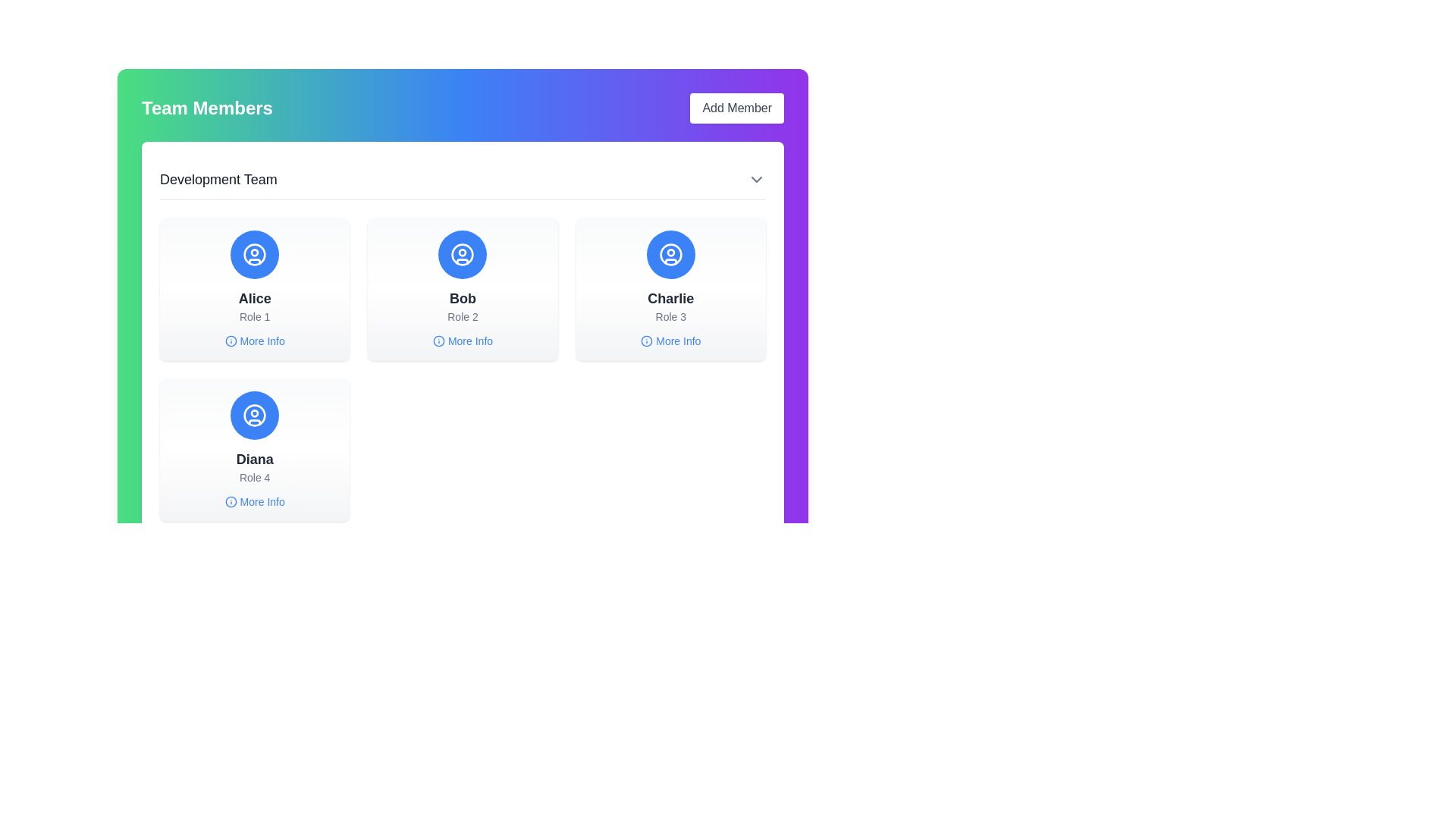 The height and width of the screenshot is (819, 1456). What do you see at coordinates (230, 502) in the screenshot?
I see `the circular 'i' icon with a blue outline next to the 'More Info' text for team member 'Diana'` at bounding box center [230, 502].